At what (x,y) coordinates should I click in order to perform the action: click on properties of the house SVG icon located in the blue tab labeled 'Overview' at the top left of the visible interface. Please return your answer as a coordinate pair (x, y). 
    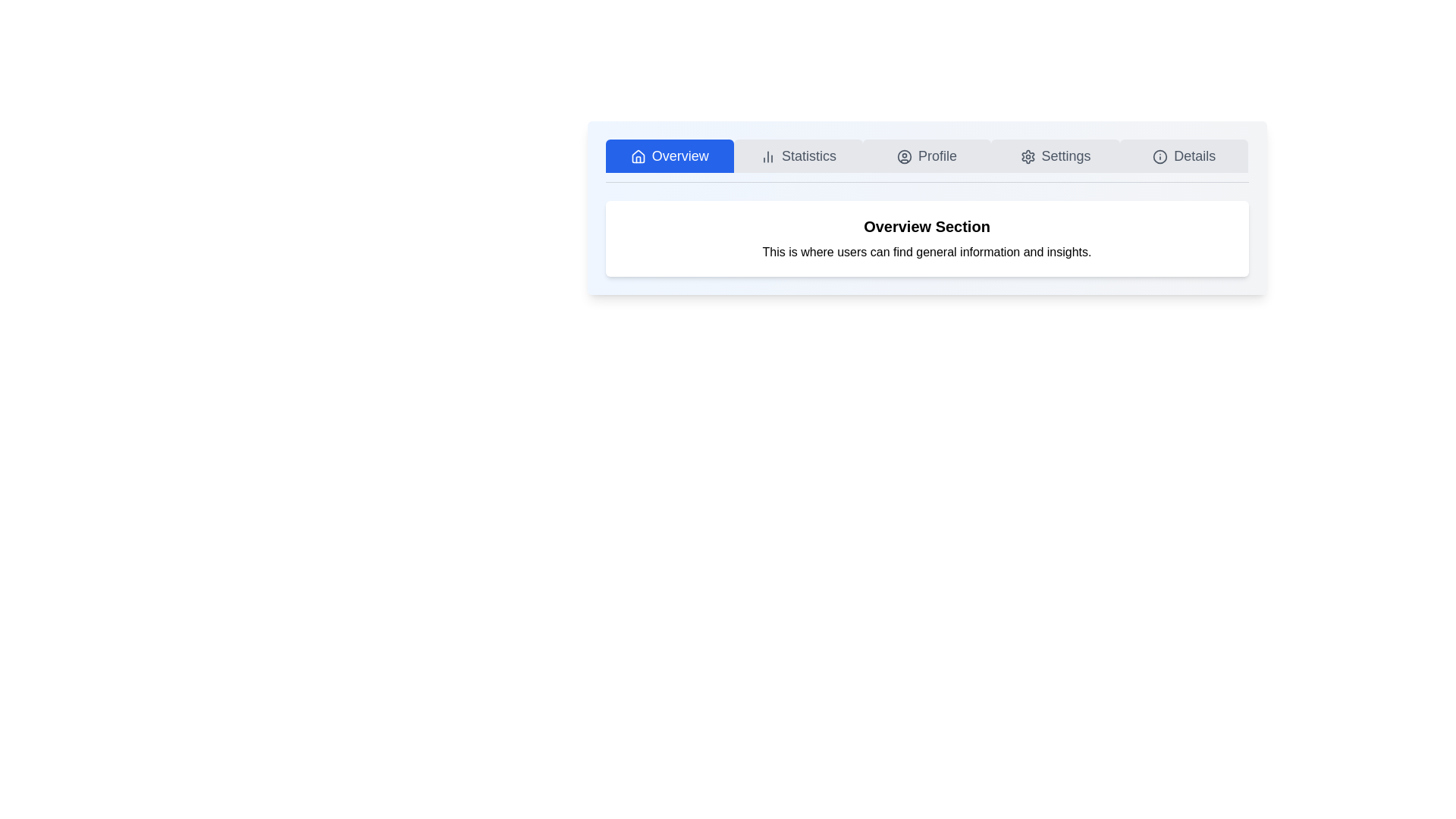
    Looking at the image, I should click on (638, 157).